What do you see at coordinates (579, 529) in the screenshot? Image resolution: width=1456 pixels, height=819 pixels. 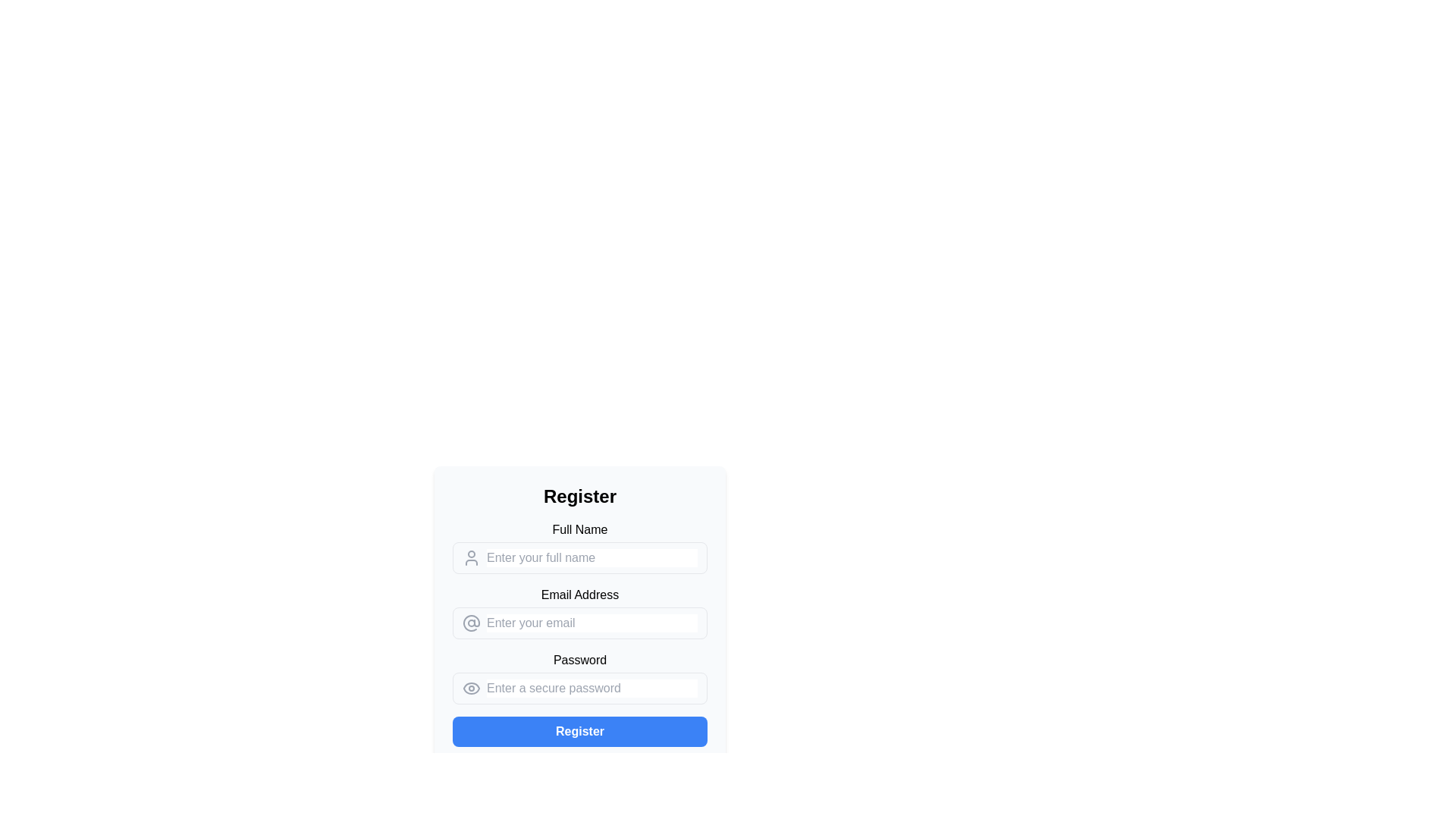 I see `the Text label that indicates the purpose of the input field for entering the user's full name, located directly above the input box` at bounding box center [579, 529].